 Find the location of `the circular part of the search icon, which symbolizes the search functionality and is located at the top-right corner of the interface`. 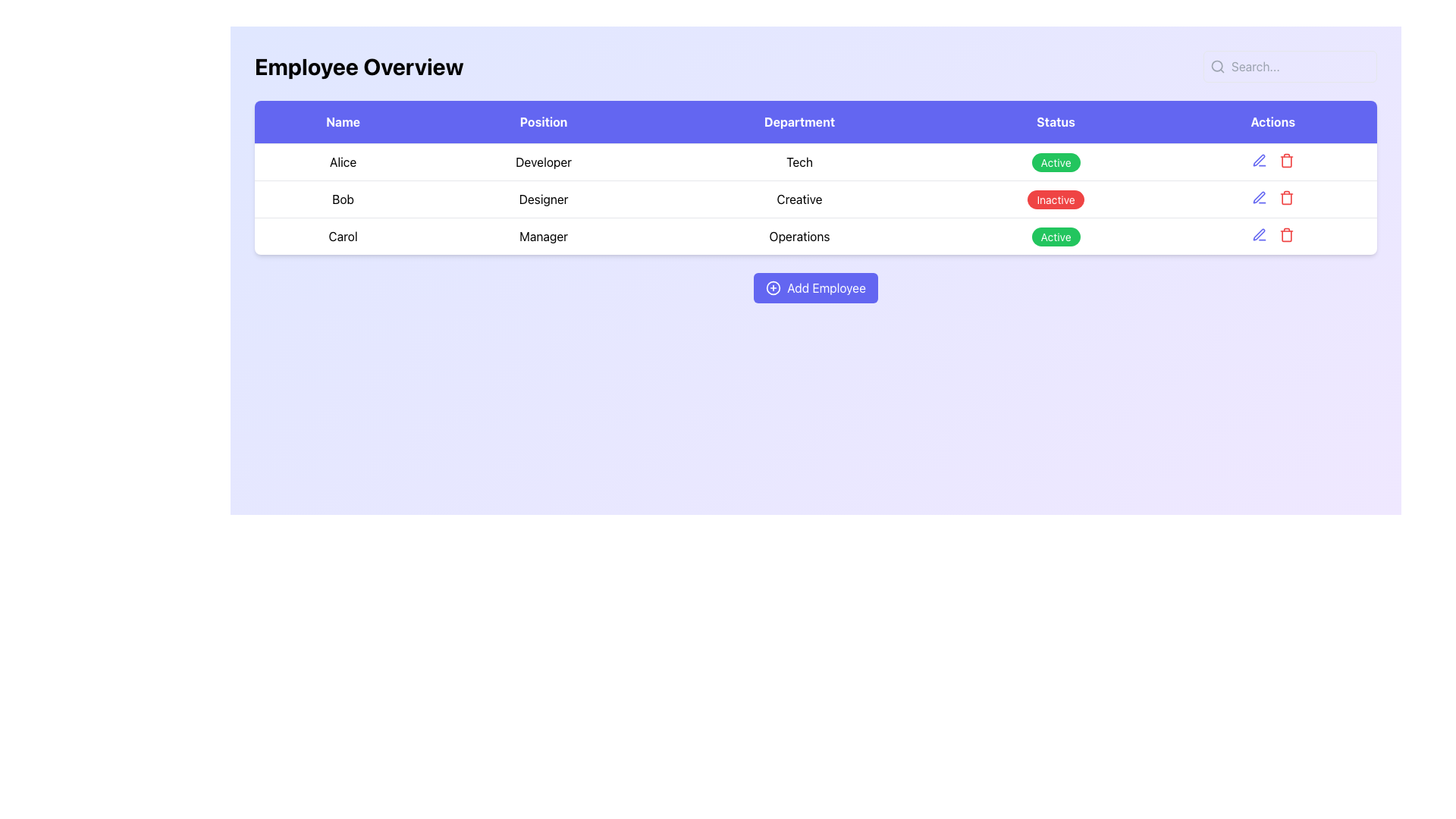

the circular part of the search icon, which symbolizes the search functionality and is located at the top-right corner of the interface is located at coordinates (1217, 65).